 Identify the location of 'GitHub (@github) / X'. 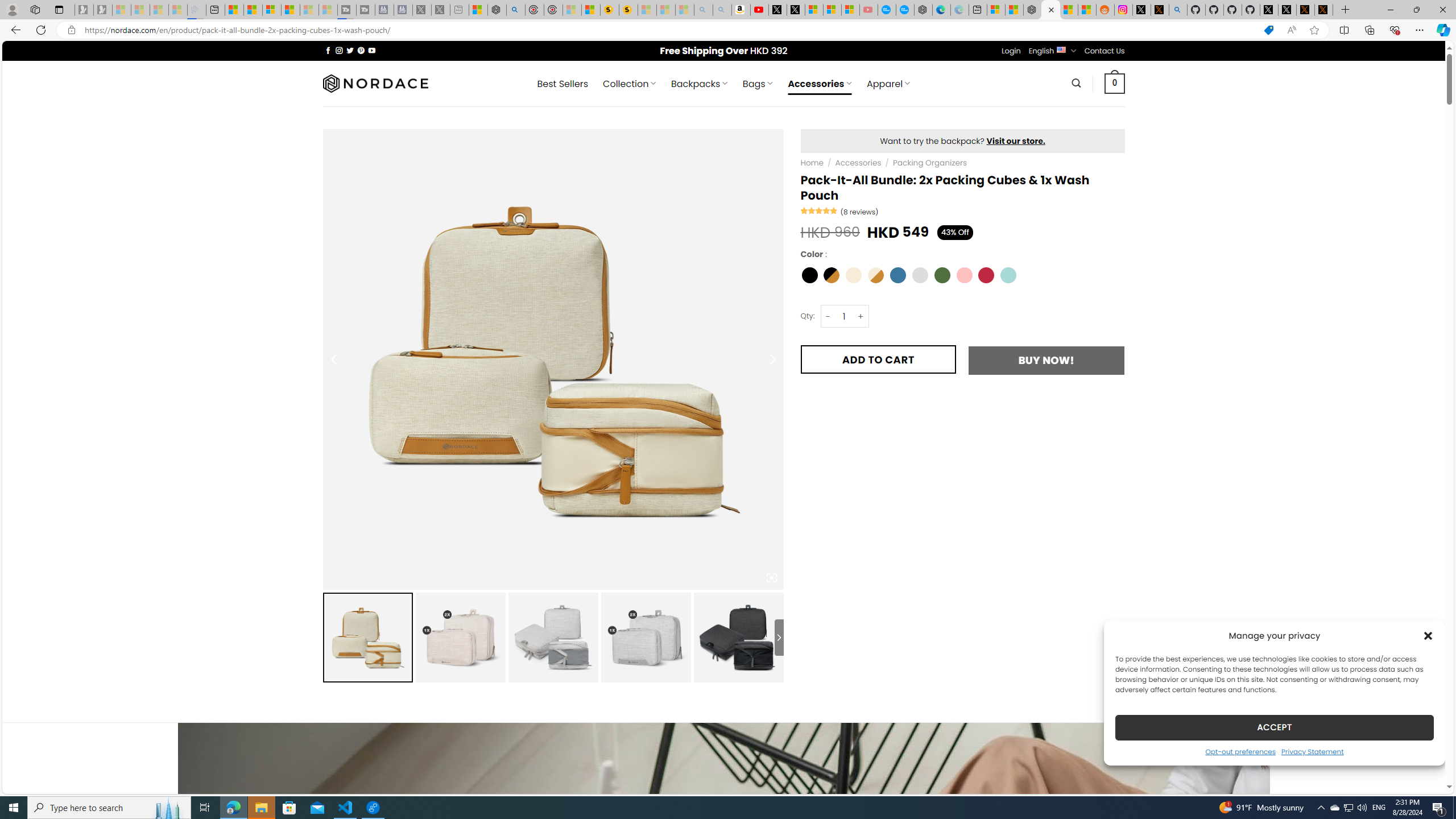
(1287, 9).